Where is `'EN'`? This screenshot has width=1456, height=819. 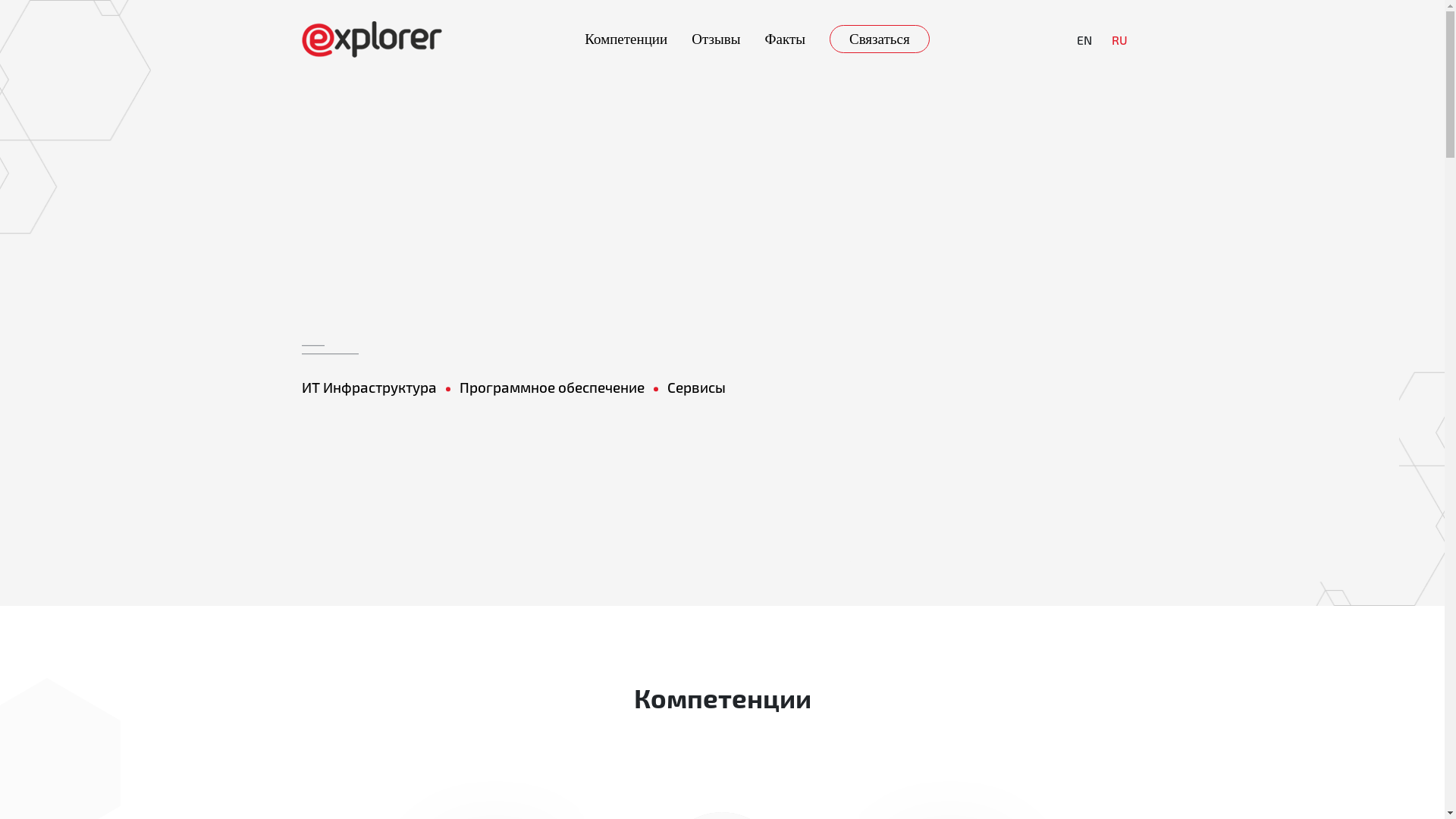
'EN' is located at coordinates (1083, 38).